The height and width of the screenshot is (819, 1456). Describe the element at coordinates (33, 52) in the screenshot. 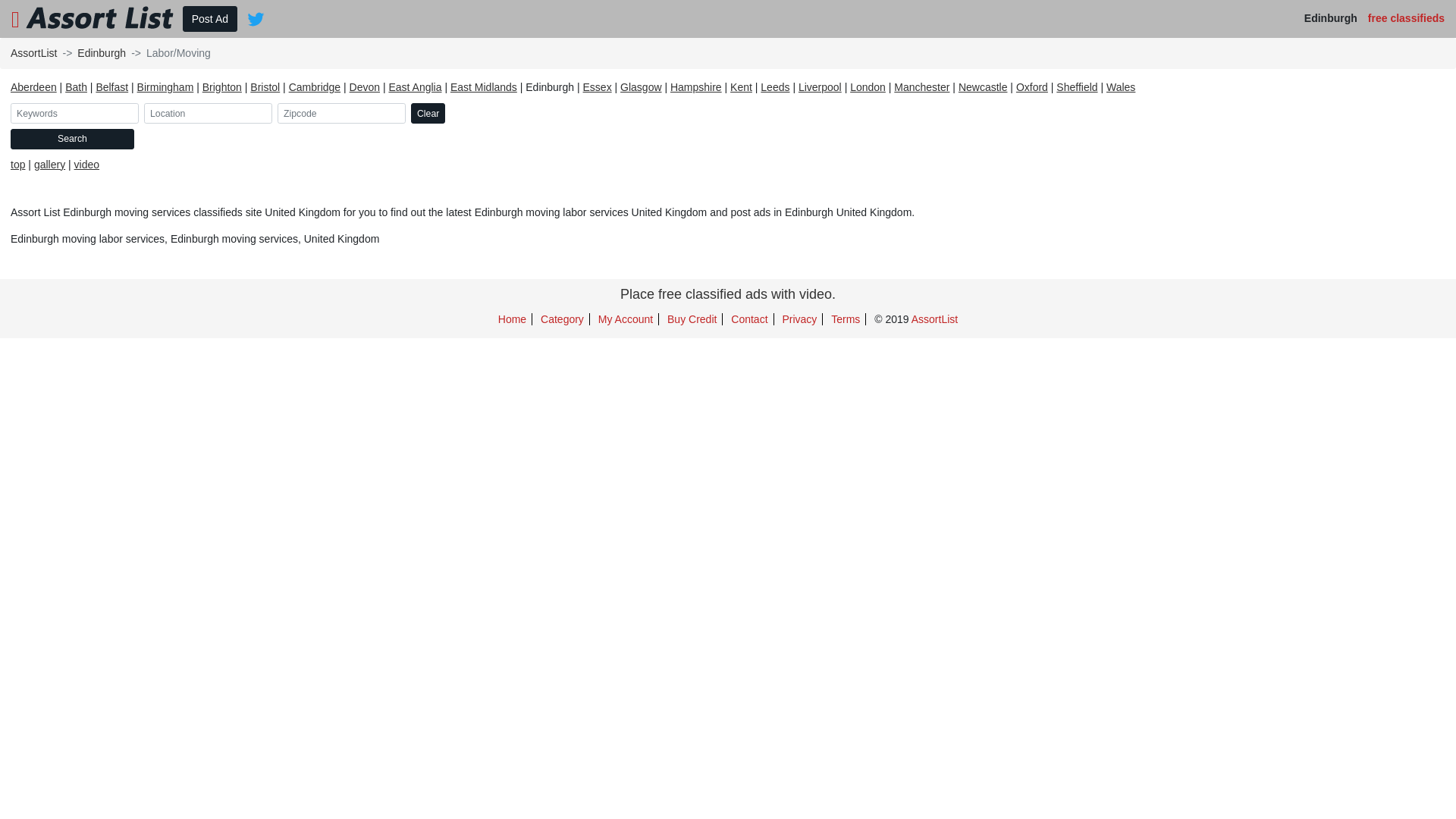

I see `'AssortList'` at that location.